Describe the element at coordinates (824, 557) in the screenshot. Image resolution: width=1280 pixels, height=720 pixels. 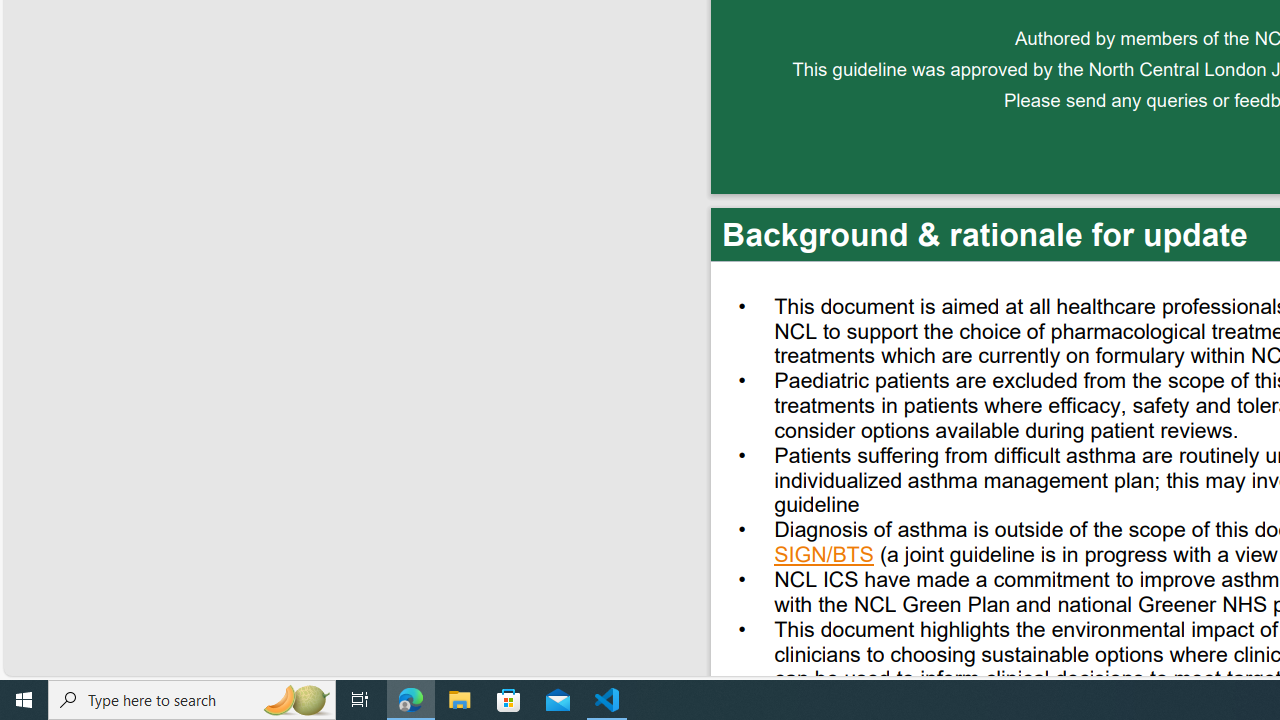
I see `'SIGN/BTS'` at that location.